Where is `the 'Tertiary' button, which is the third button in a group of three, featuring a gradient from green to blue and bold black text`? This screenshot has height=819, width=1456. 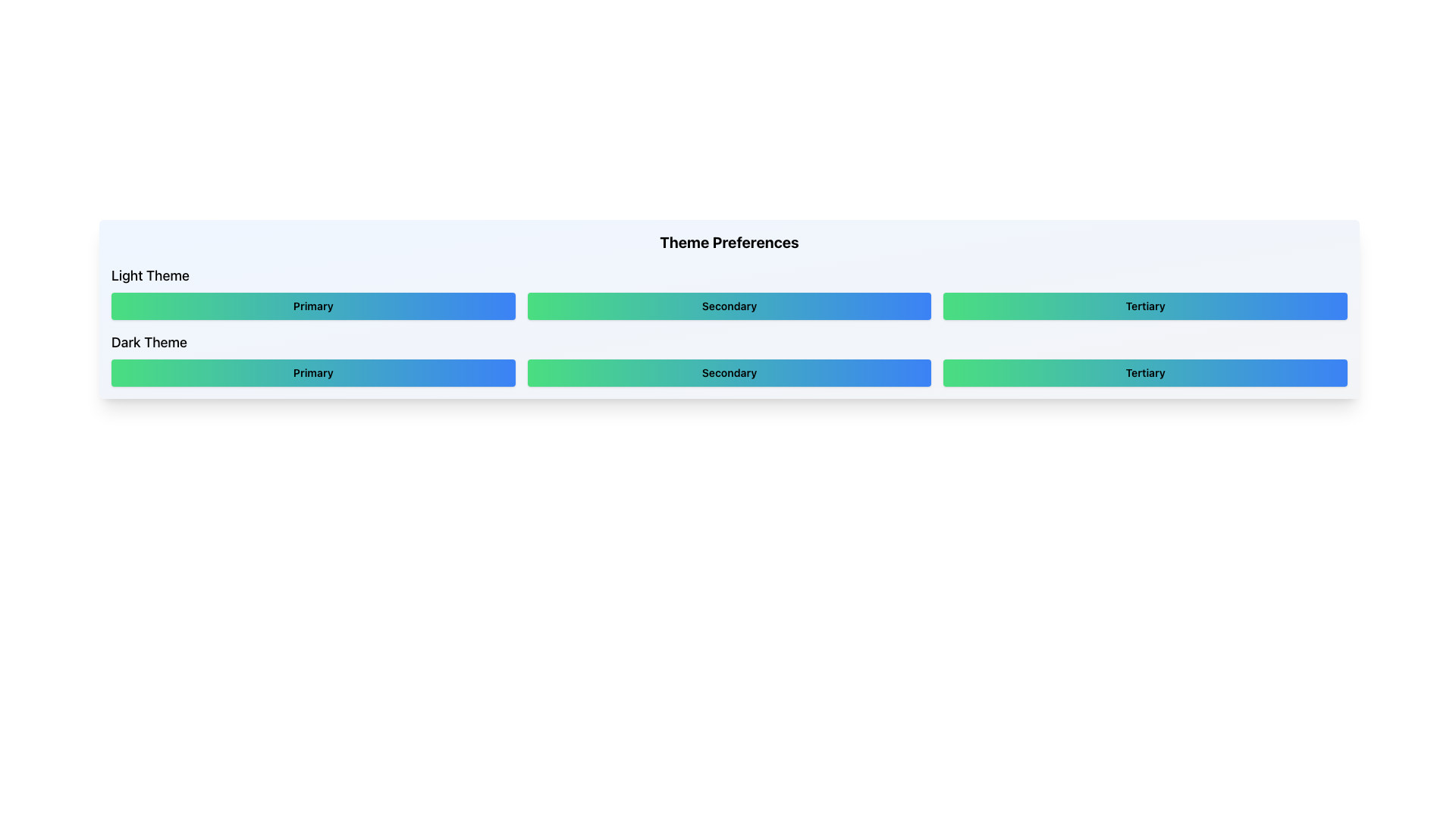
the 'Tertiary' button, which is the third button in a group of three, featuring a gradient from green to blue and bold black text is located at coordinates (1145, 373).